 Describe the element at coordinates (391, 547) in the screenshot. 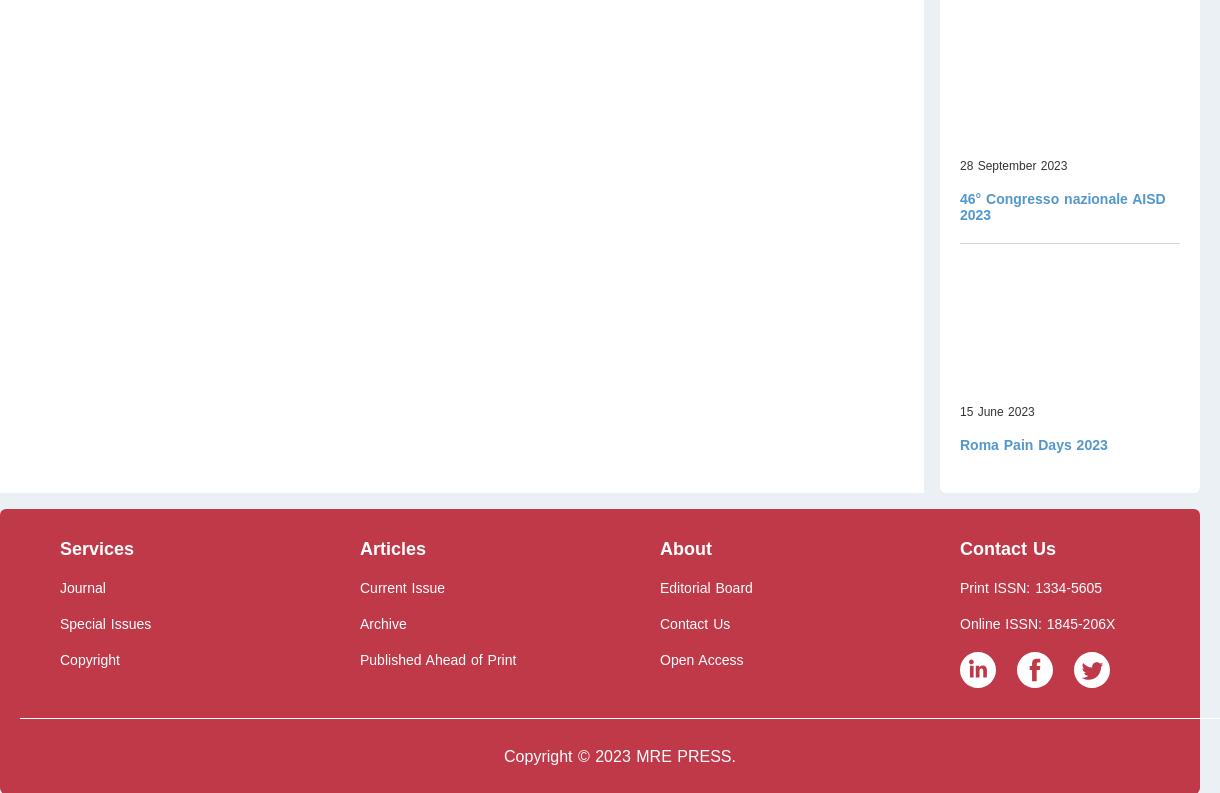

I see `'Articles'` at that location.